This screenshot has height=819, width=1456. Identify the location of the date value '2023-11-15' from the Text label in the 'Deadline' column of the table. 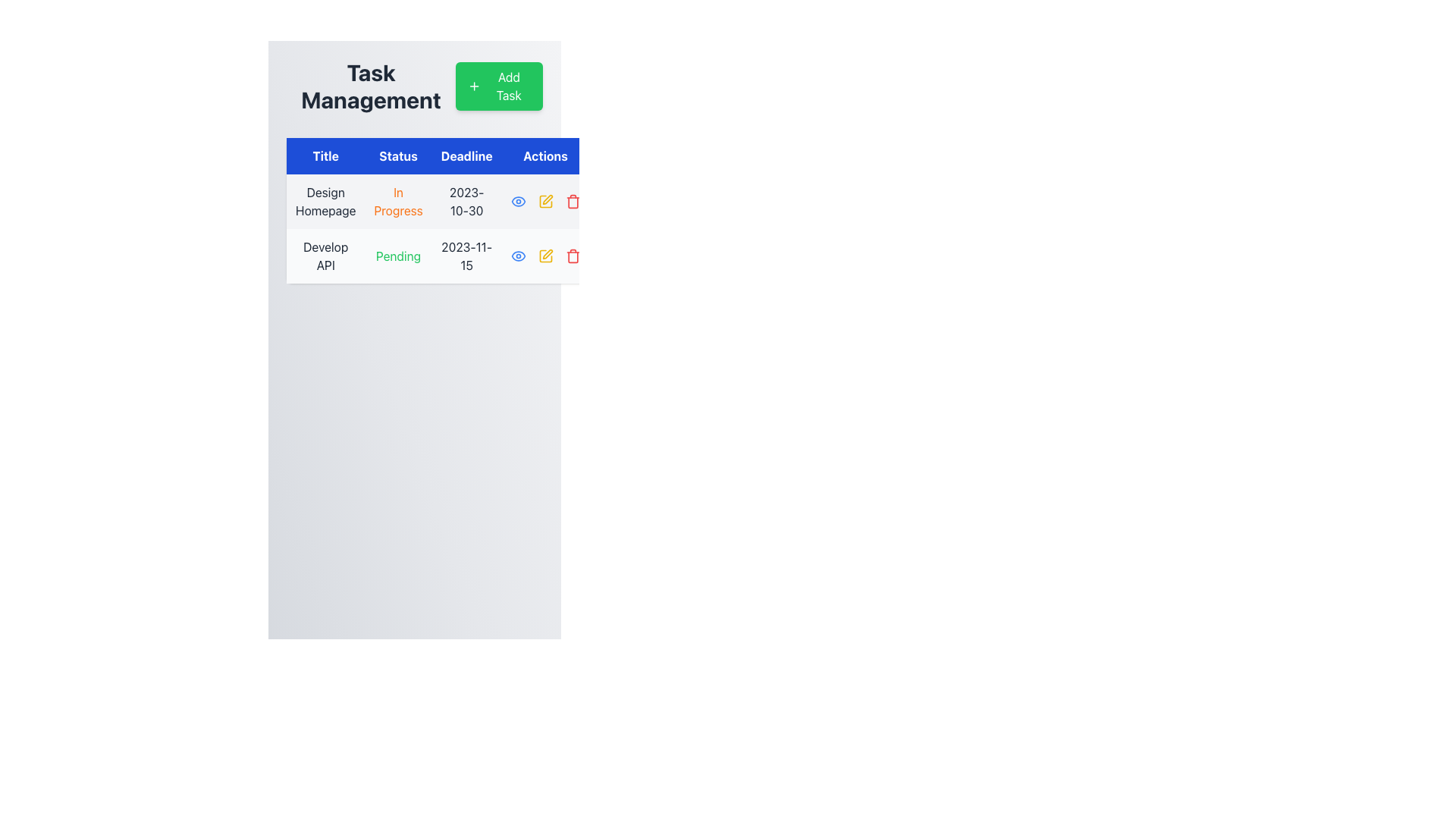
(466, 256).